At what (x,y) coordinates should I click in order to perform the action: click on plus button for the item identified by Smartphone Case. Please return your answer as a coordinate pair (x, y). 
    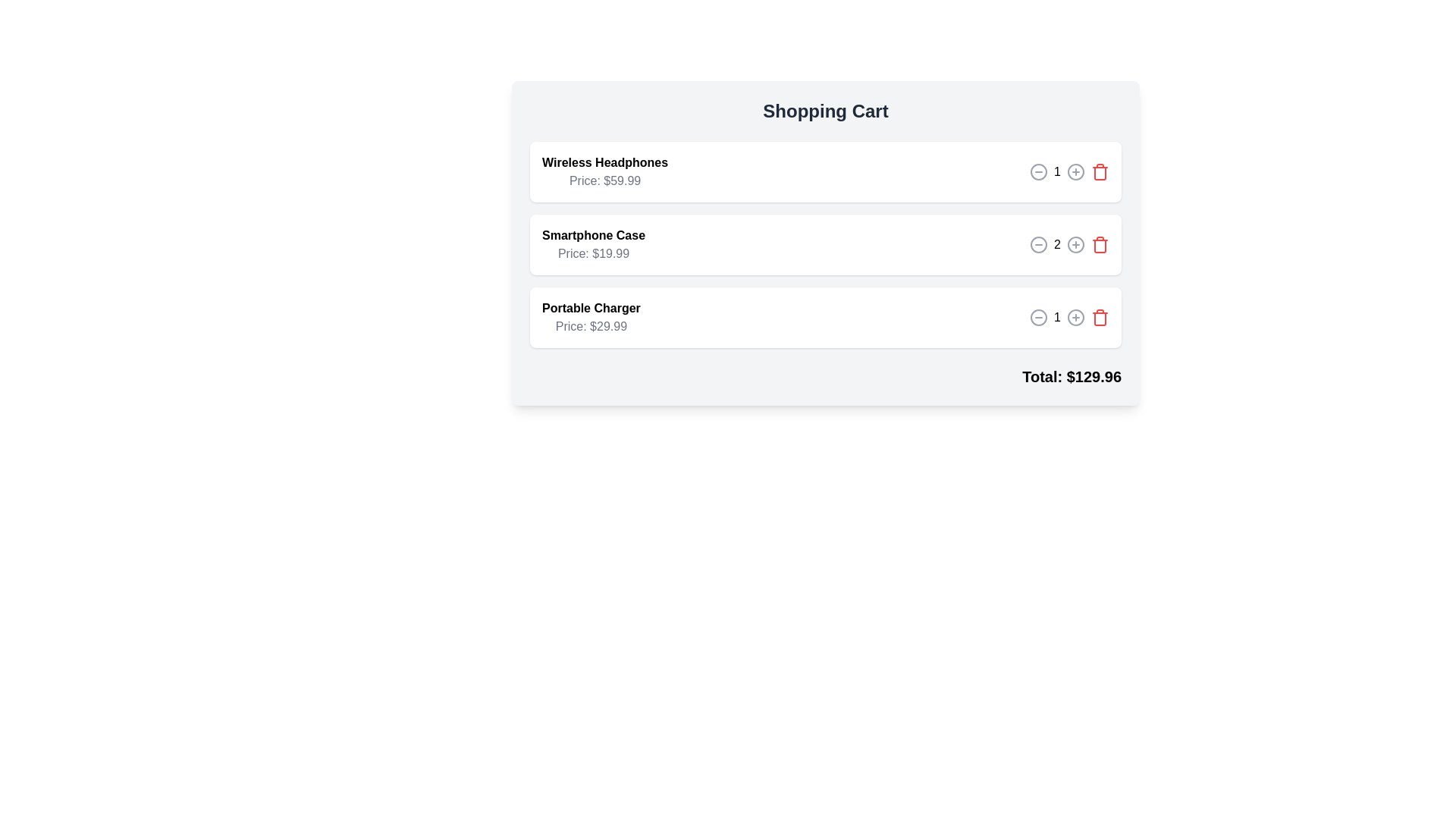
    Looking at the image, I should click on (1075, 244).